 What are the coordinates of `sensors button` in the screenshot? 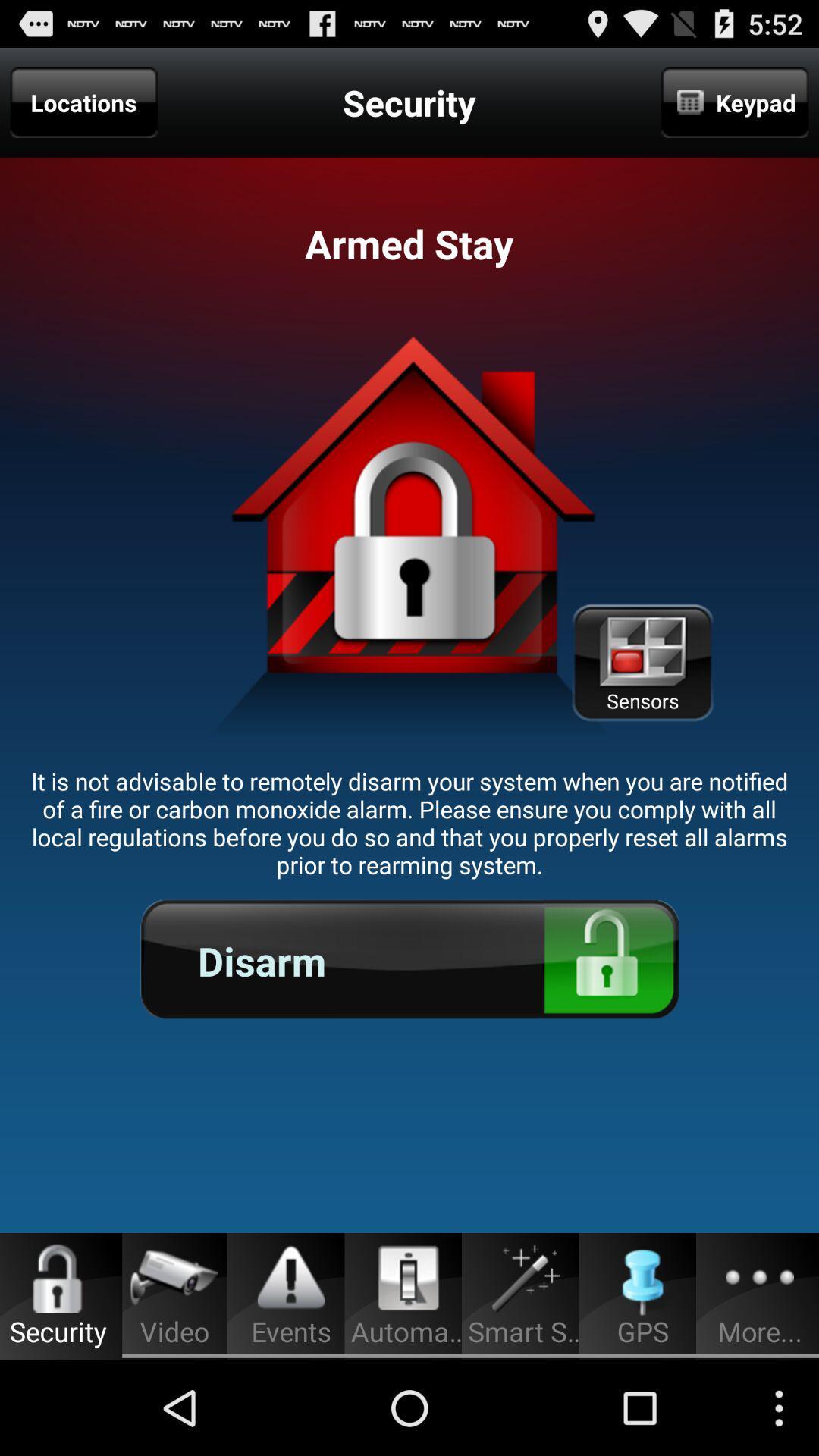 It's located at (642, 663).